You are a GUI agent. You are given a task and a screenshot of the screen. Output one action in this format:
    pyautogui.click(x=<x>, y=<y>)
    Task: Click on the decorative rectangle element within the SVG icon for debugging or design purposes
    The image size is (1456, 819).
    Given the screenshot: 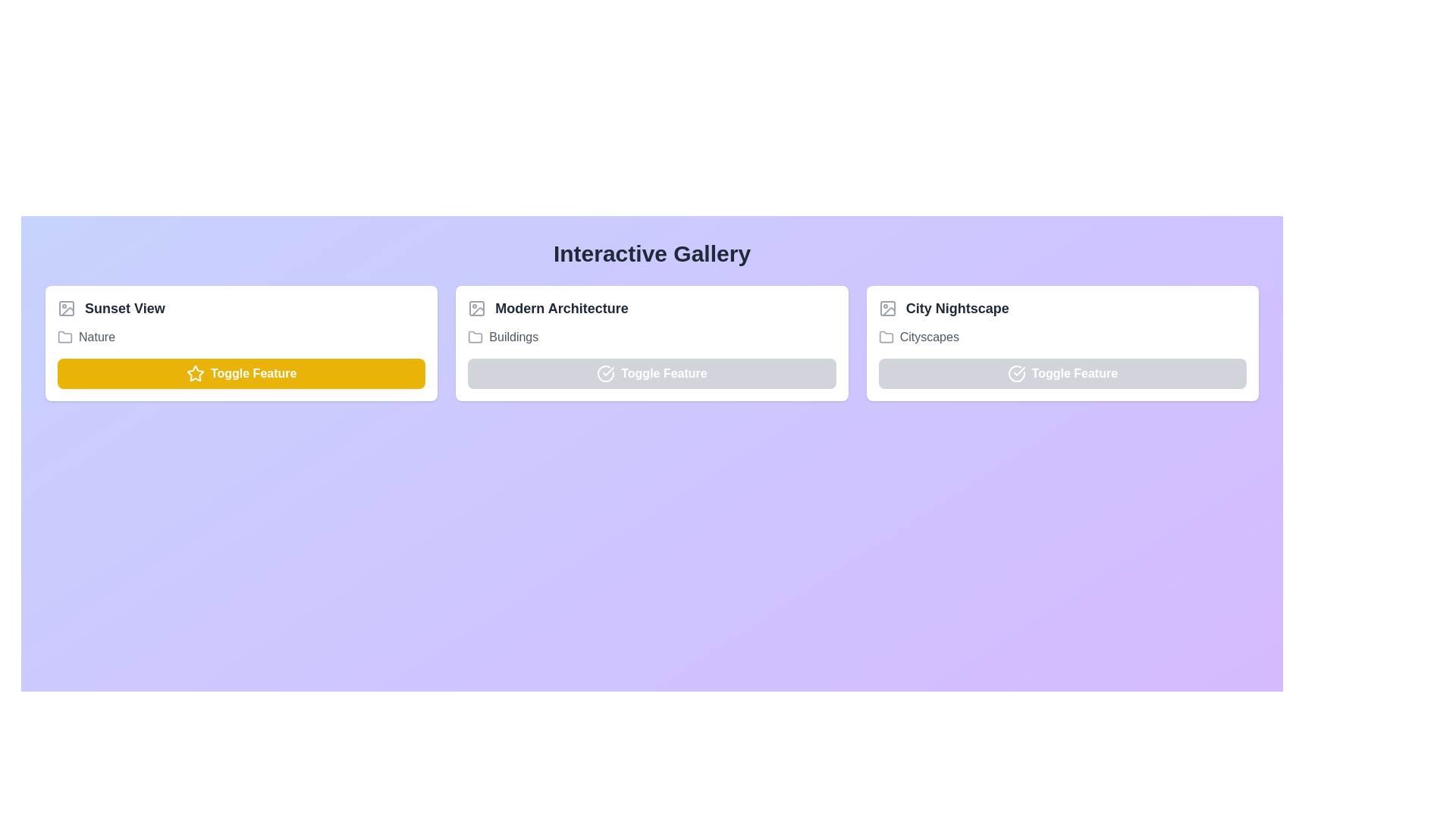 What is the action you would take?
    pyautogui.click(x=476, y=308)
    